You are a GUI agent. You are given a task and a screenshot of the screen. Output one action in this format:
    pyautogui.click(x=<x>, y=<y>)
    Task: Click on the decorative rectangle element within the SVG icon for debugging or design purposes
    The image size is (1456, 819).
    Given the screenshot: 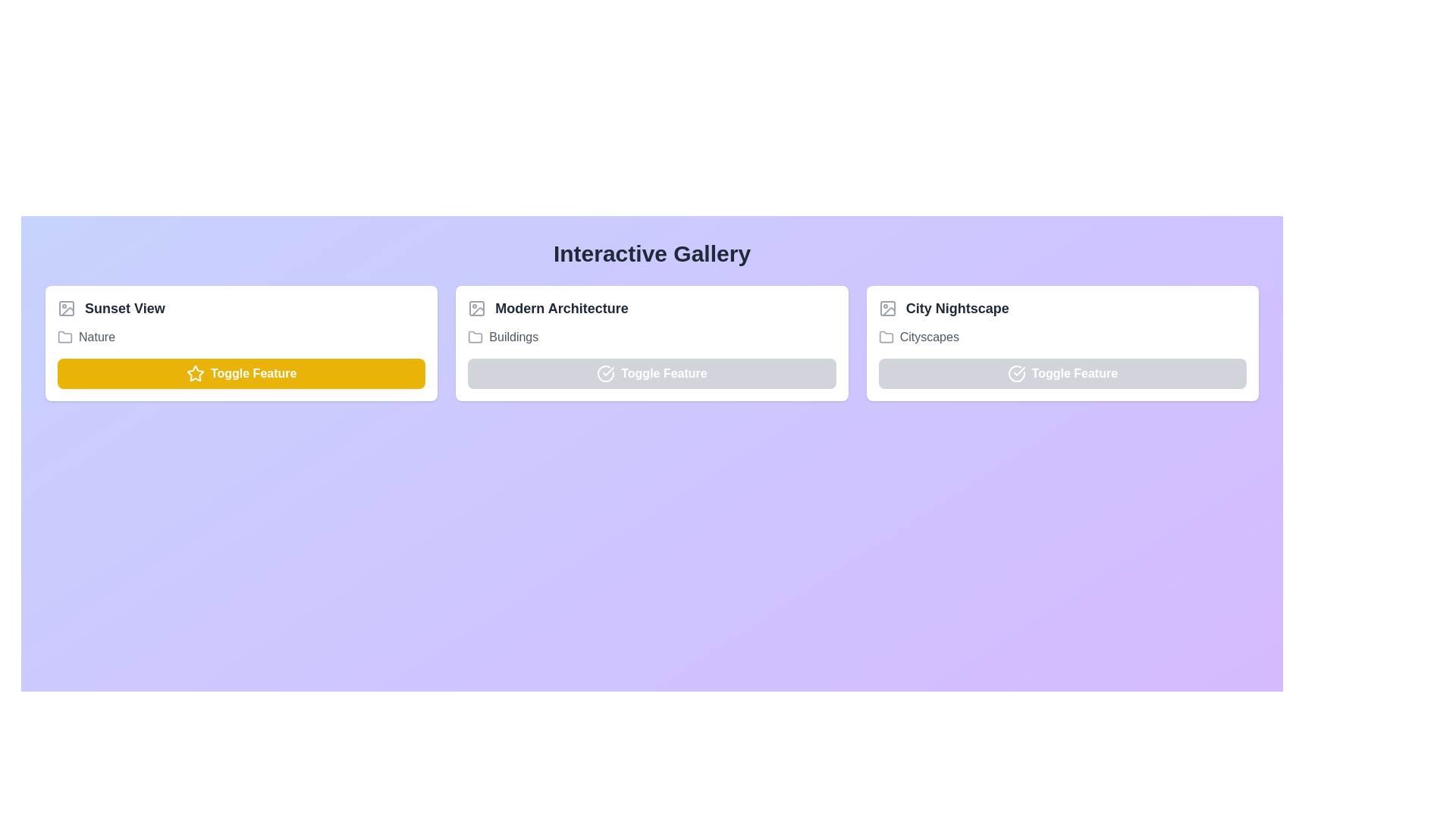 What is the action you would take?
    pyautogui.click(x=476, y=308)
    